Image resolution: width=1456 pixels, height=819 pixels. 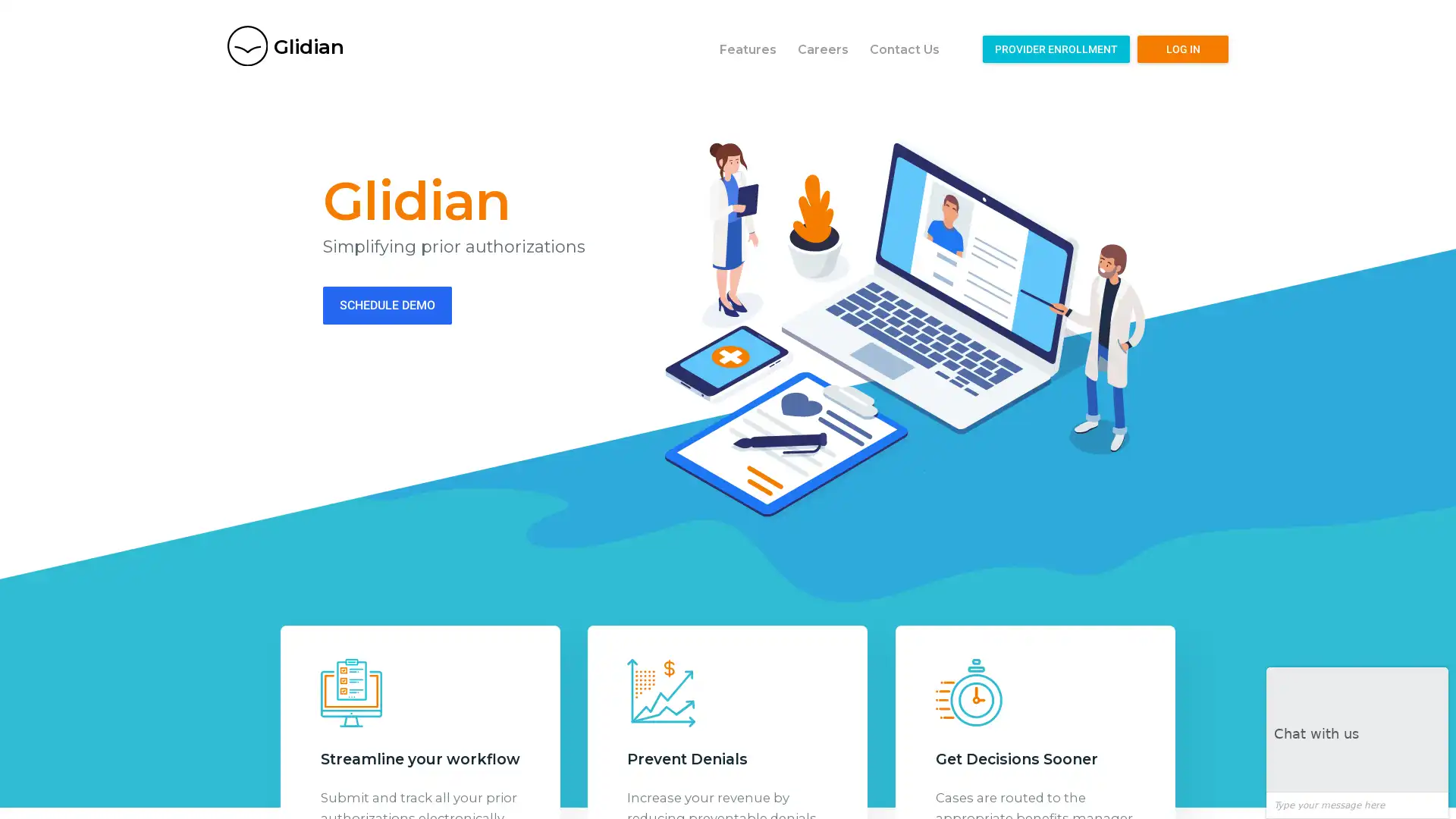 What do you see at coordinates (386, 304) in the screenshot?
I see `SCHEDULE DEMO` at bounding box center [386, 304].